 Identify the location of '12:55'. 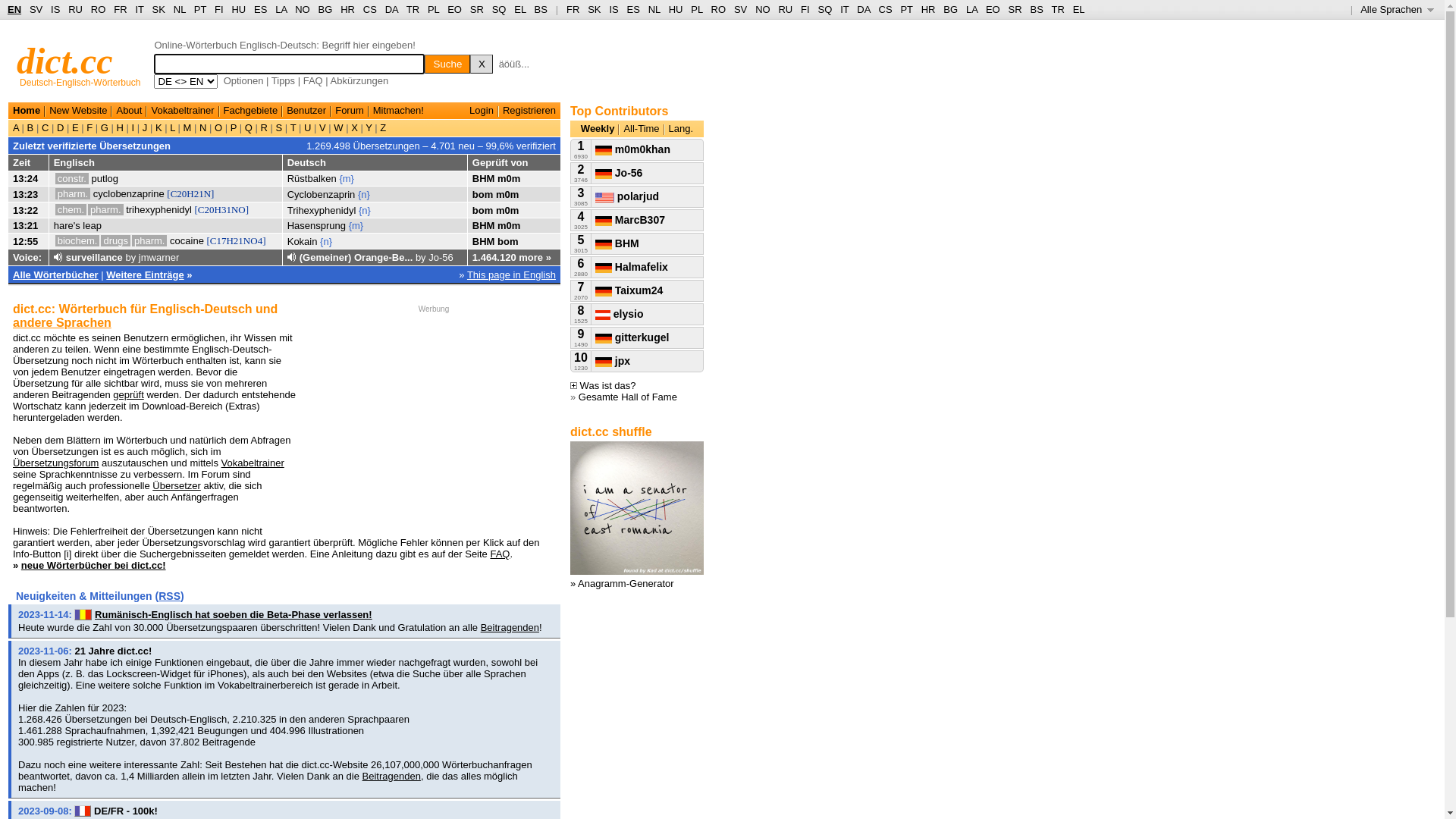
(25, 240).